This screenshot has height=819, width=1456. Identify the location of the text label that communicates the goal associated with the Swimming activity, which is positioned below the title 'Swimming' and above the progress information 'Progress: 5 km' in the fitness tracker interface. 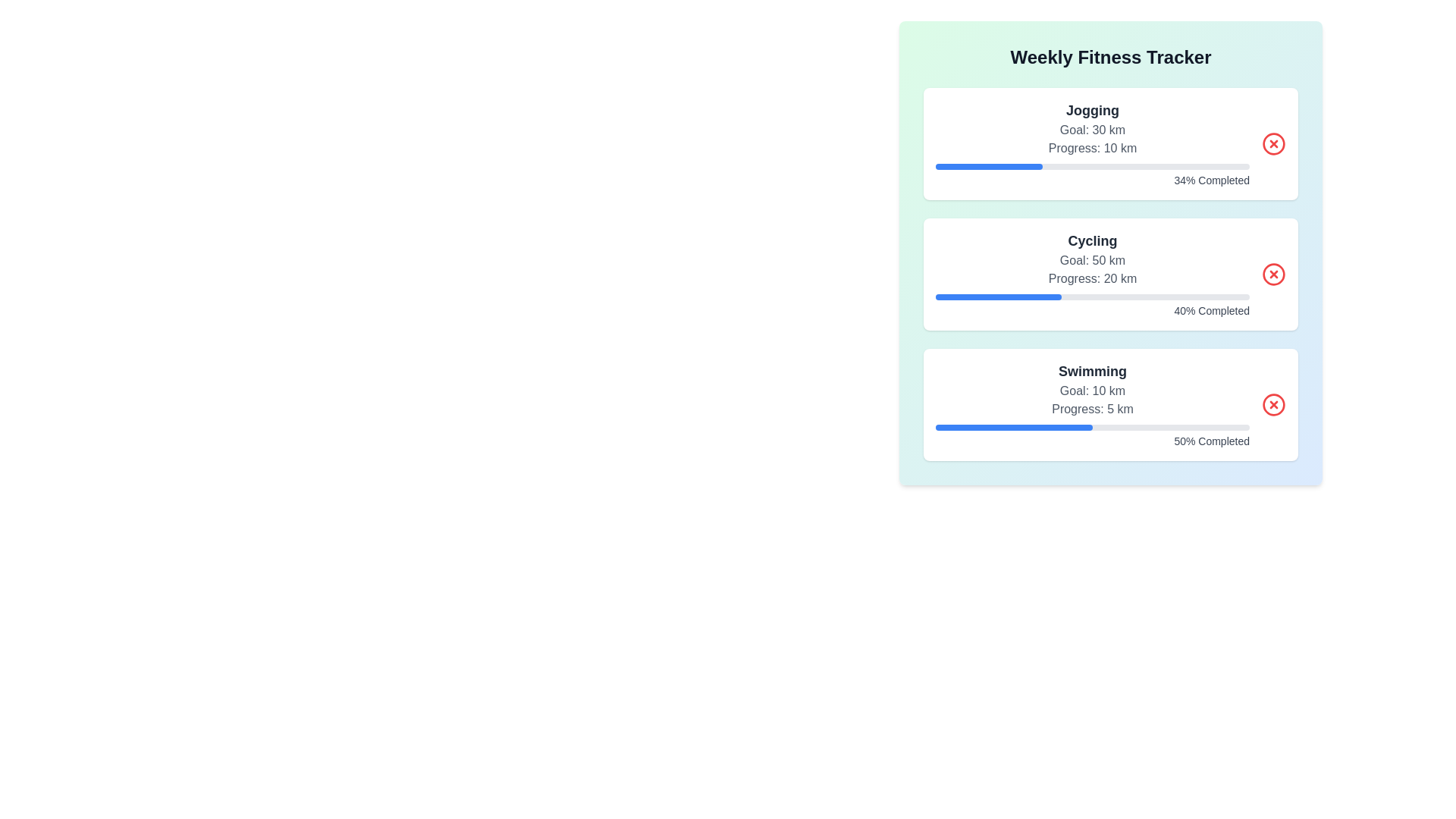
(1092, 391).